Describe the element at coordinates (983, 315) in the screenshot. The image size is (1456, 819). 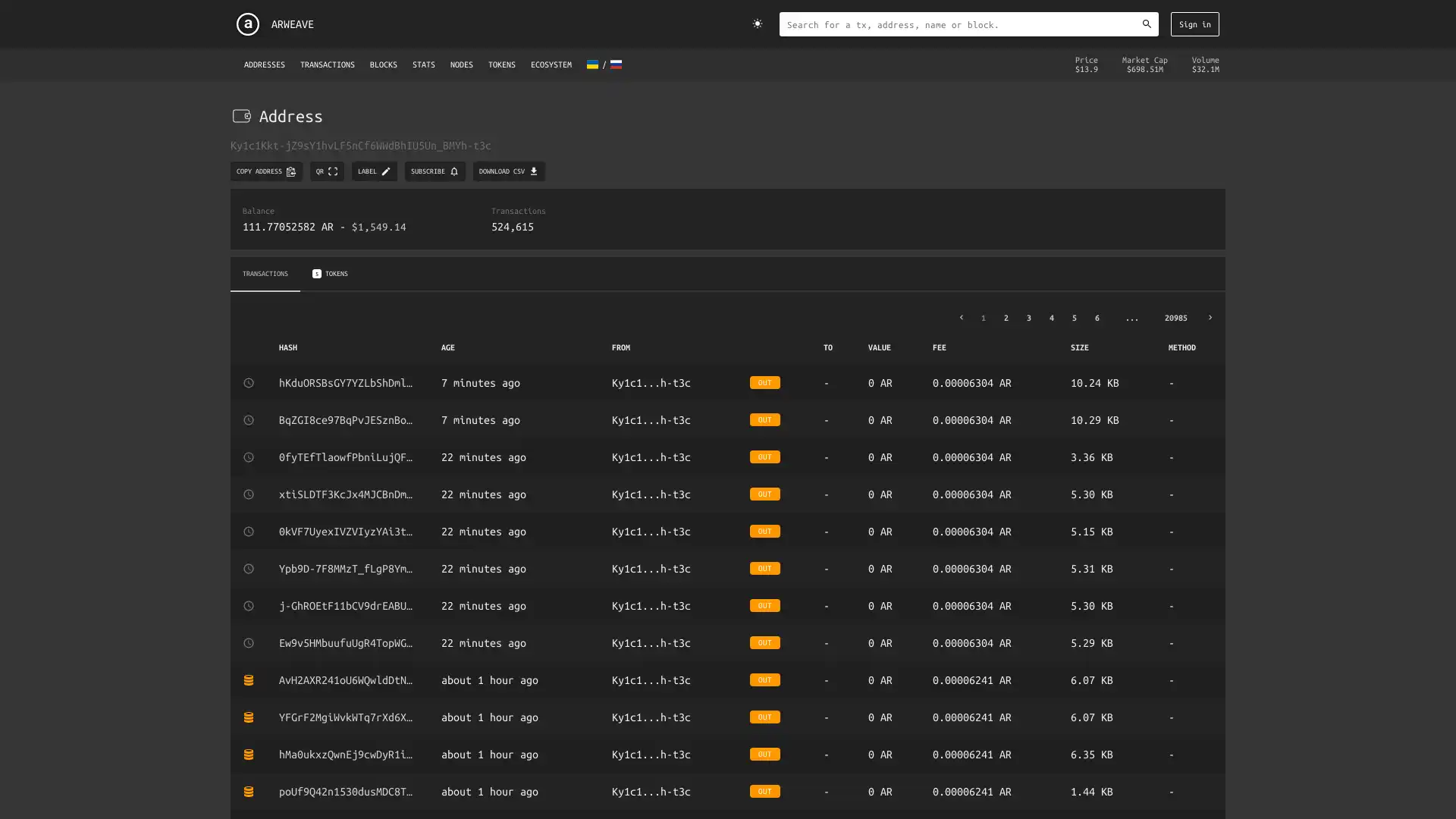
I see `Page 1 is your current page` at that location.